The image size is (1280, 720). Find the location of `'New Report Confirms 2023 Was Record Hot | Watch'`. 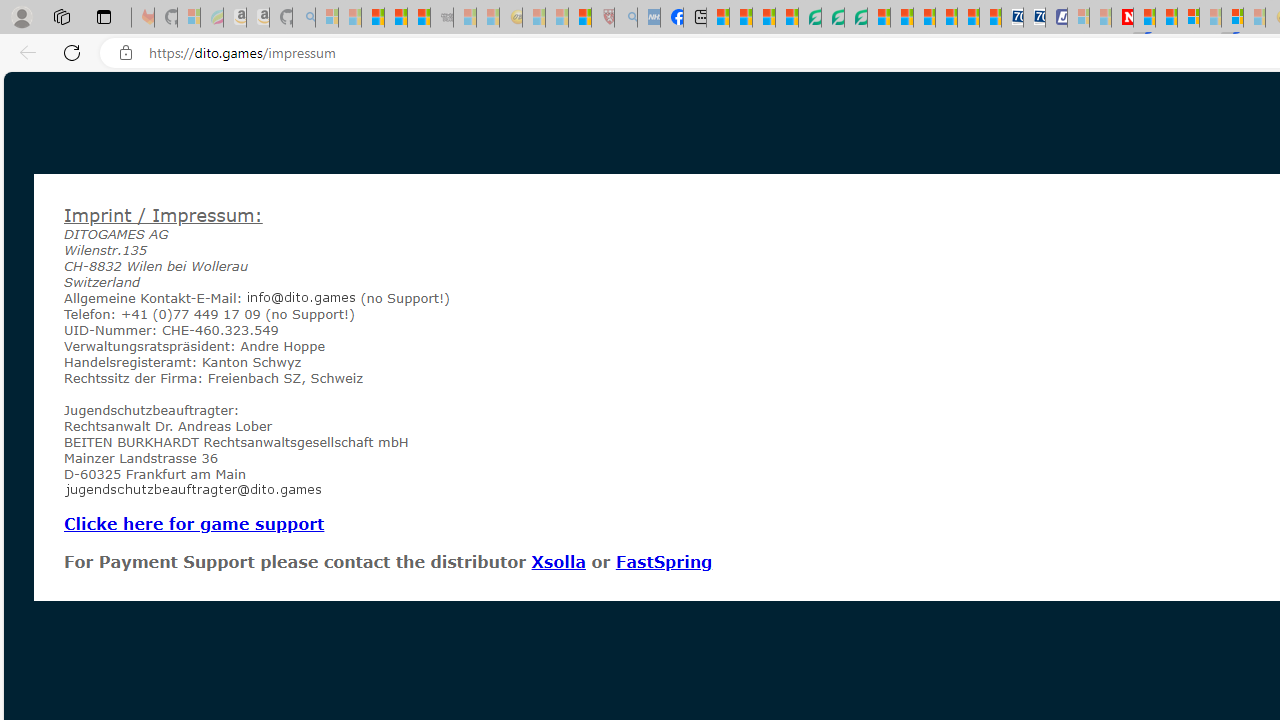

'New Report Confirms 2023 Was Record Hot | Watch' is located at coordinates (418, 17).